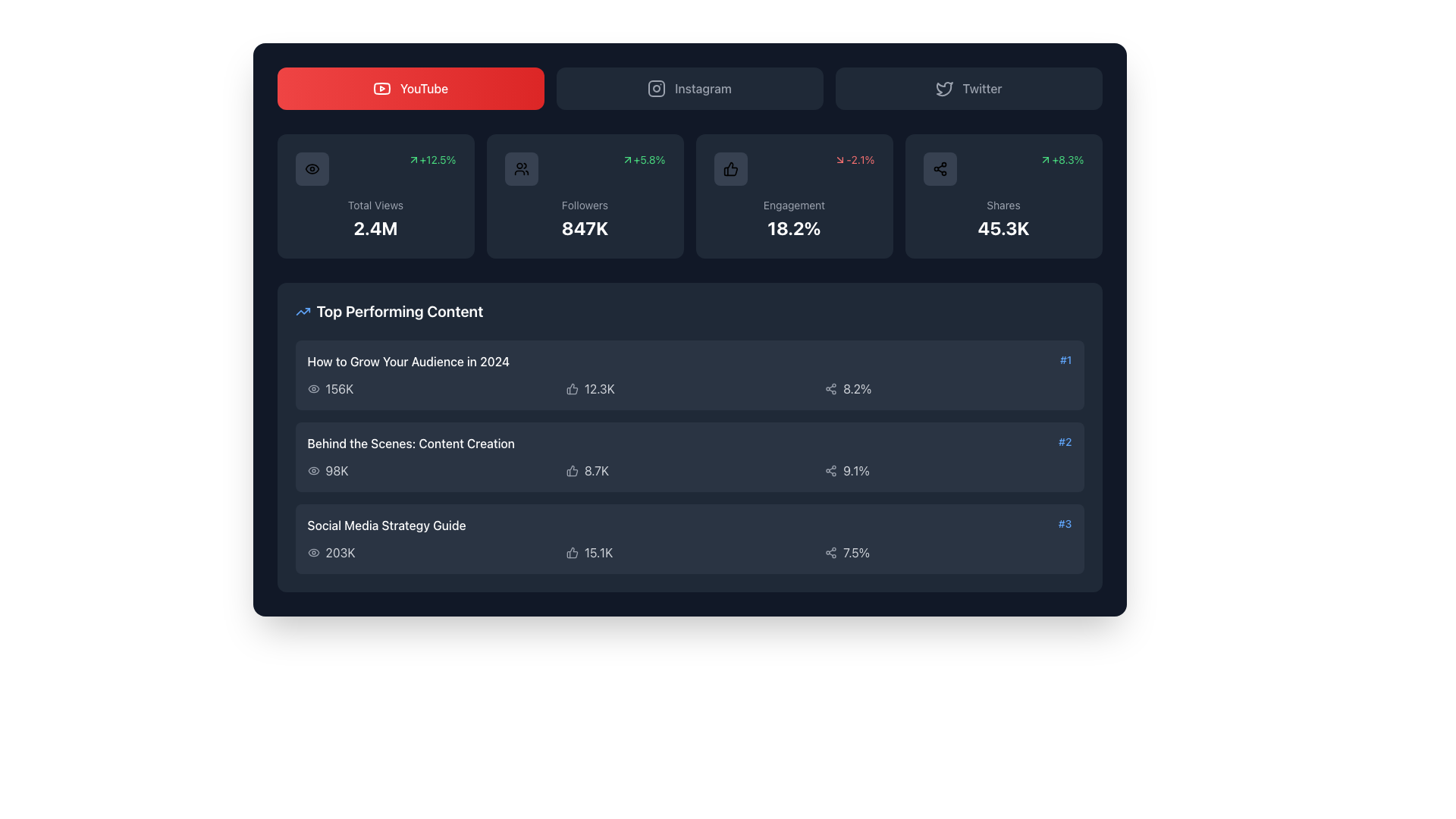 The width and height of the screenshot is (1456, 819). Describe the element at coordinates (386, 525) in the screenshot. I see `the text label 'Social Media Strategy Guide' which is the third item under 'Top Performing Content' on a dark background` at that location.